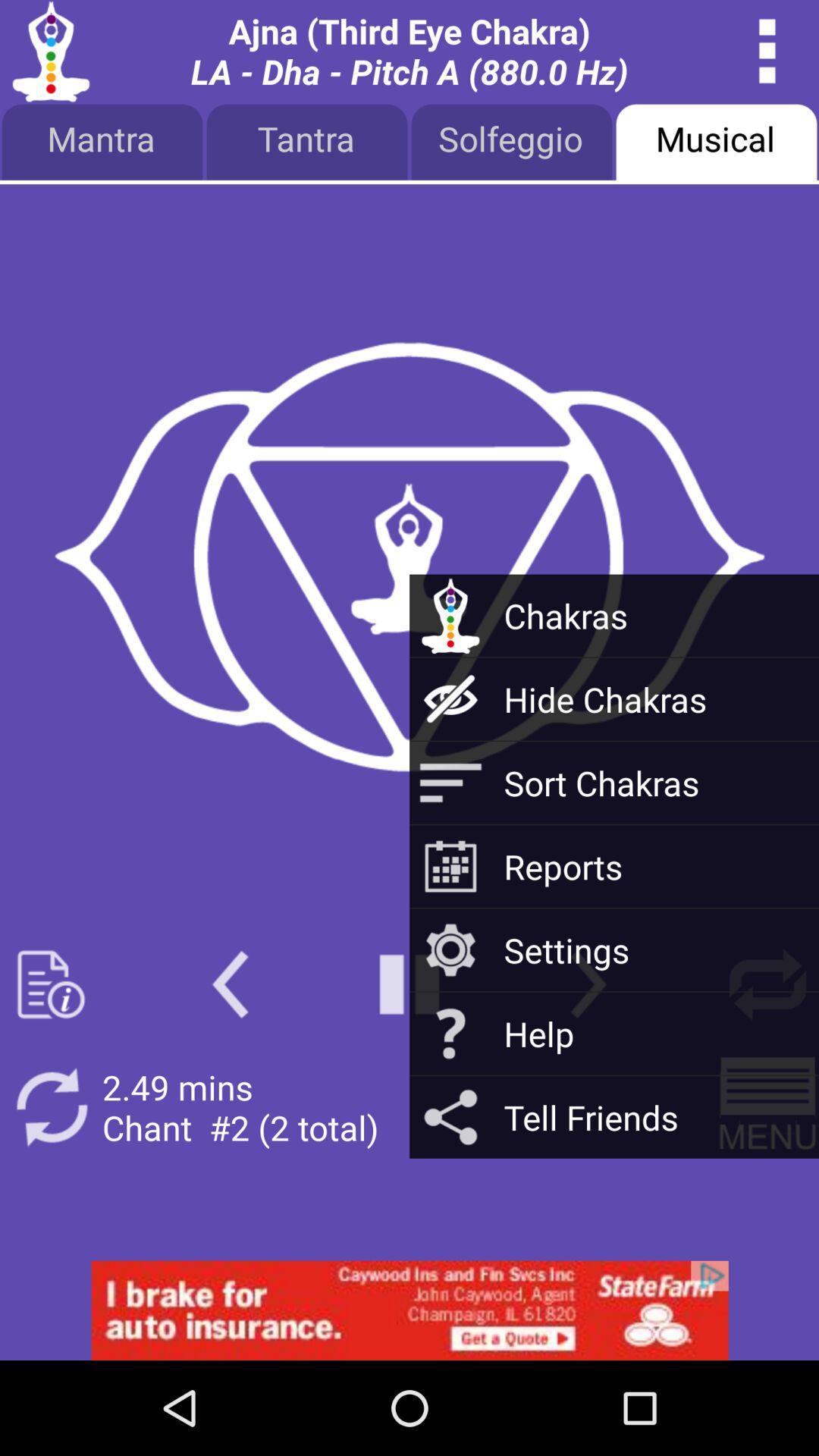  I want to click on activate repeat song option, so click(50, 1107).